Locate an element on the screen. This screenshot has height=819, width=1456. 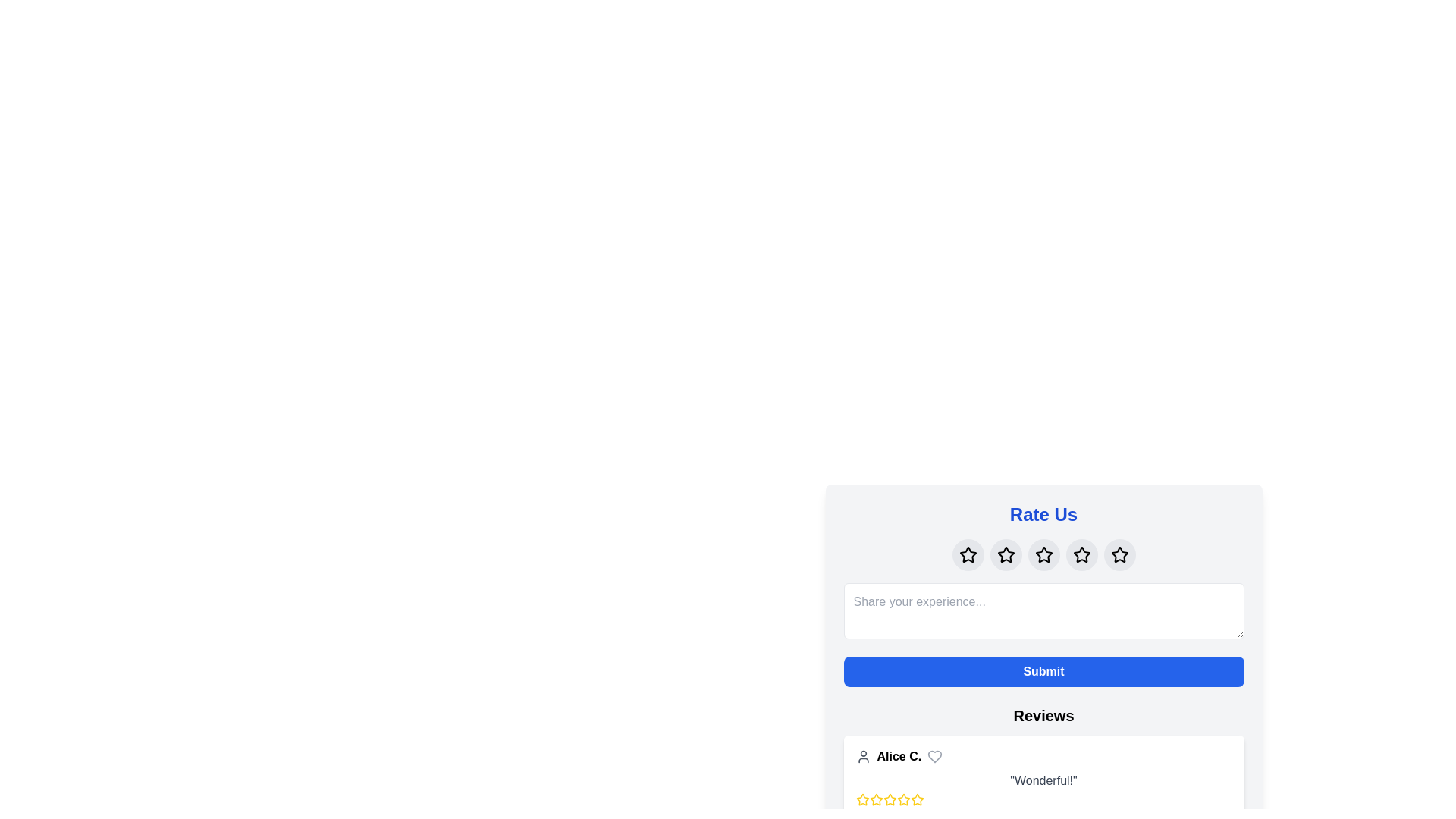
the rating button is located at coordinates (967, 555).